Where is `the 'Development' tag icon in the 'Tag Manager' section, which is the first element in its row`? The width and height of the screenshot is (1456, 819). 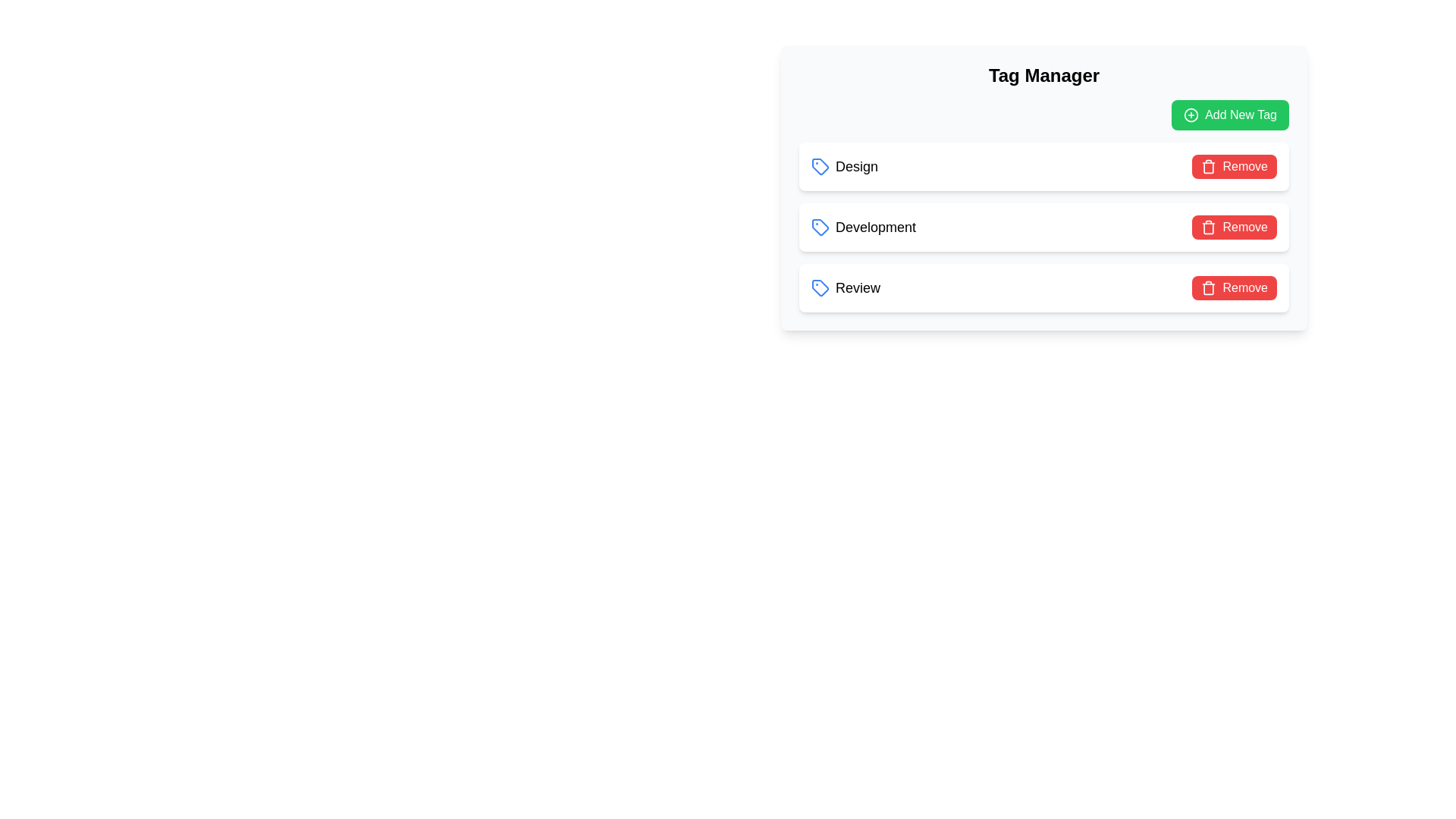
the 'Development' tag icon in the 'Tag Manager' section, which is the first element in its row is located at coordinates (819, 227).